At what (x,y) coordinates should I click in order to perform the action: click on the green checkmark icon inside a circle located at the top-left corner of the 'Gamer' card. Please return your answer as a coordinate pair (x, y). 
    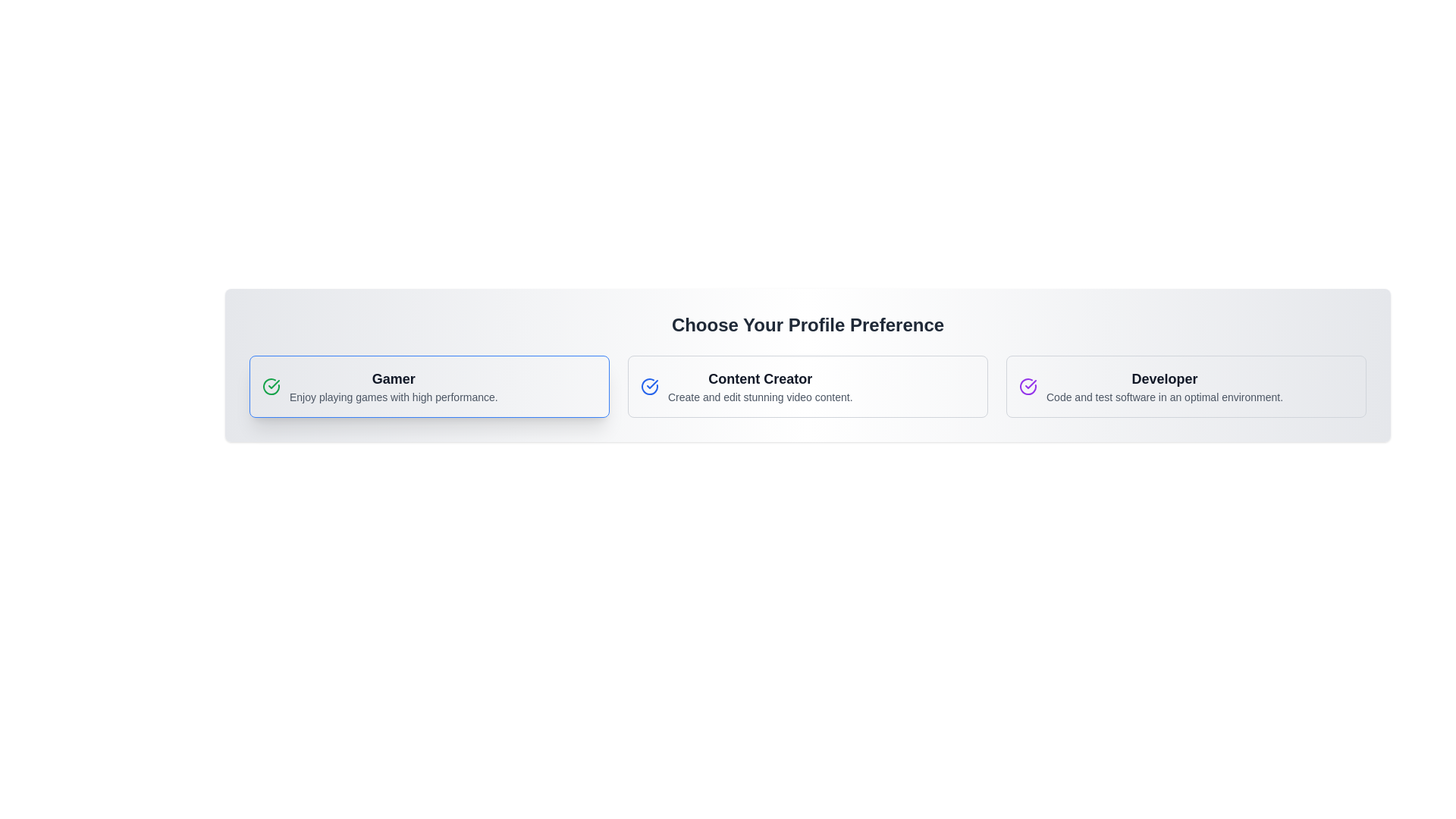
    Looking at the image, I should click on (271, 385).